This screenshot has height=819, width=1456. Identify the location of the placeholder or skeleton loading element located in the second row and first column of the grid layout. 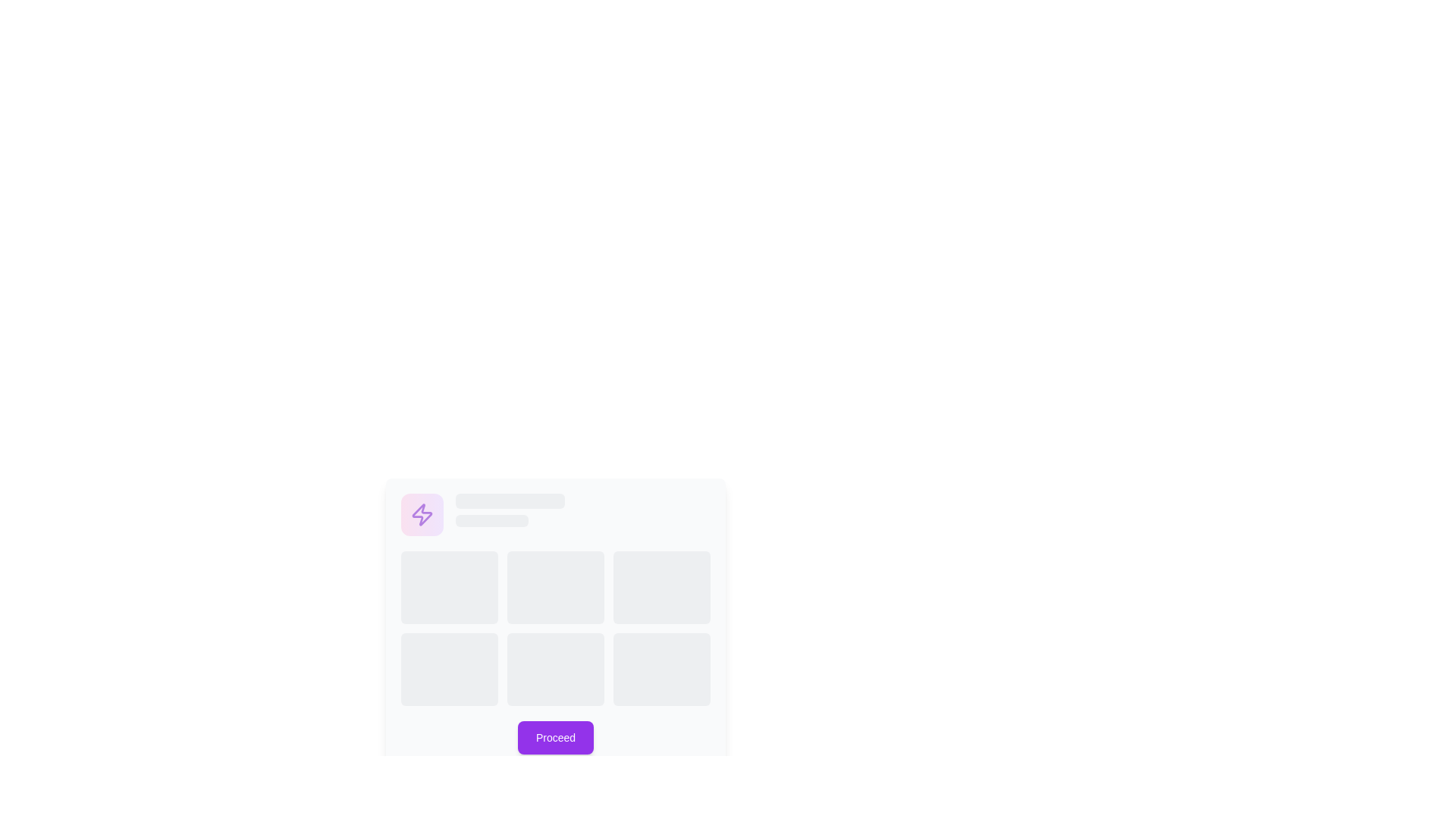
(449, 669).